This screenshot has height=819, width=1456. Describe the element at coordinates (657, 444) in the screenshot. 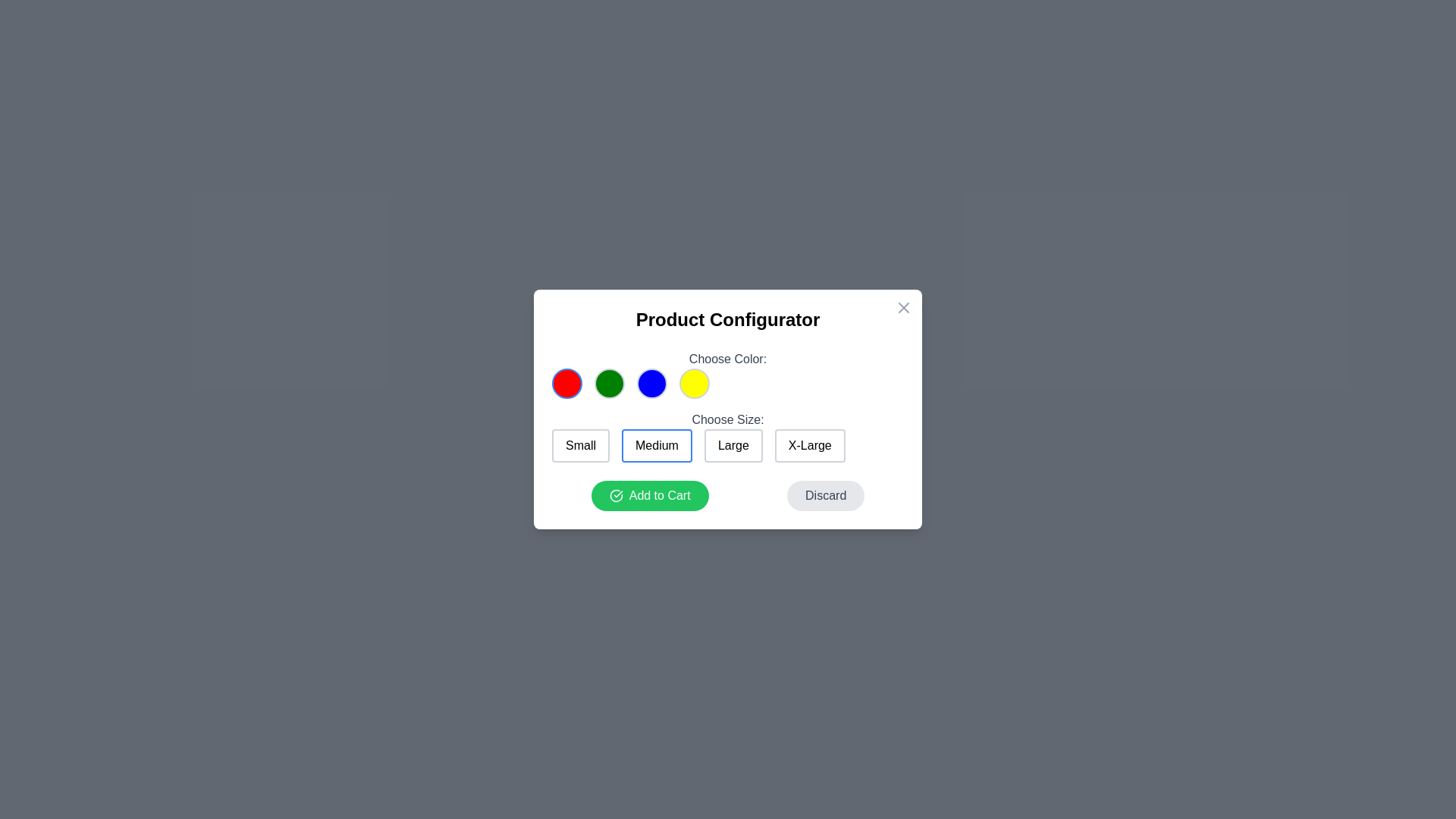

I see `the 'Medium' size button` at that location.